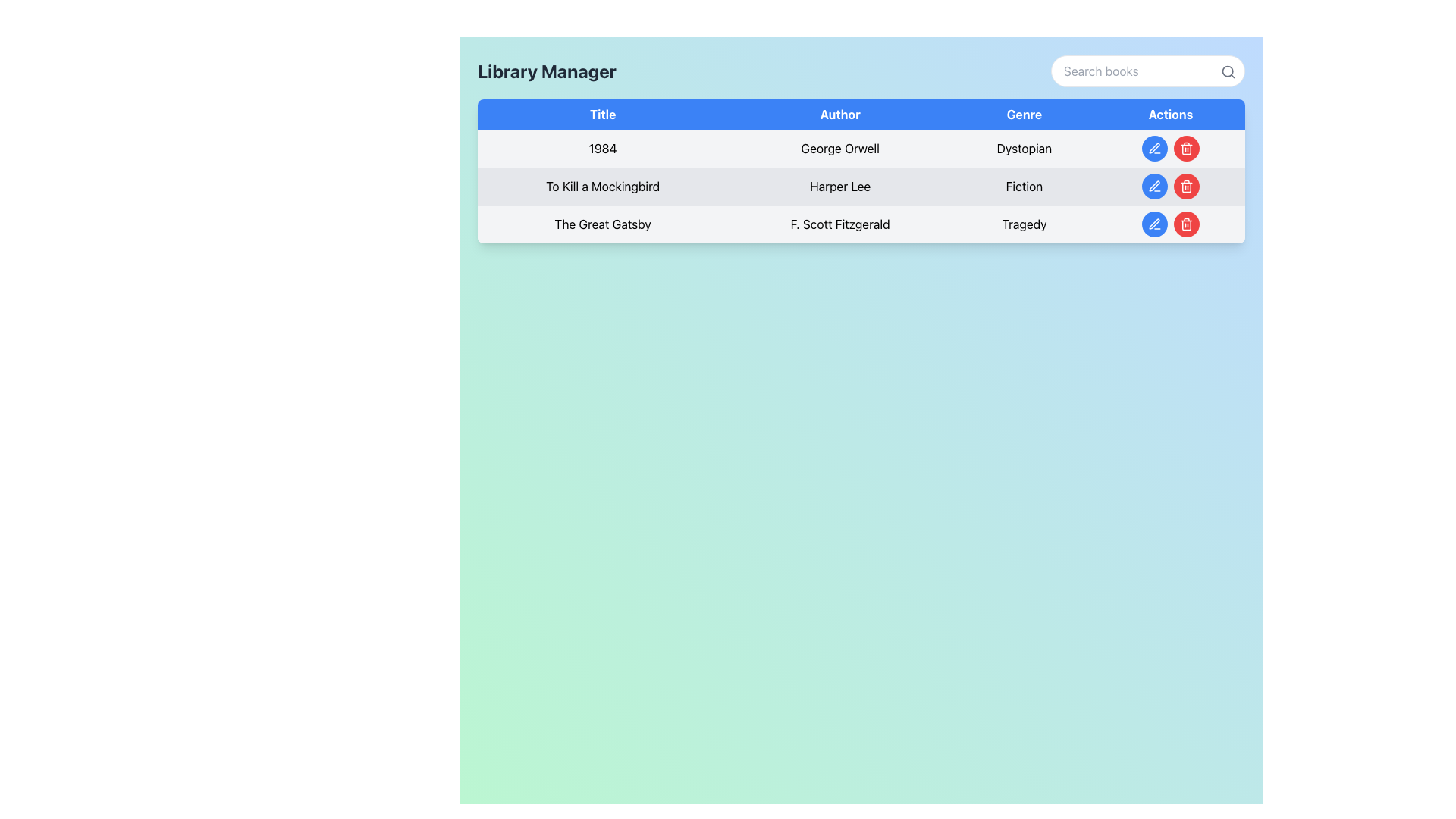 The height and width of the screenshot is (819, 1456). Describe the element at coordinates (1153, 148) in the screenshot. I see `the pen-shaped icon in the 'Actions' column of the first row of the data table` at that location.